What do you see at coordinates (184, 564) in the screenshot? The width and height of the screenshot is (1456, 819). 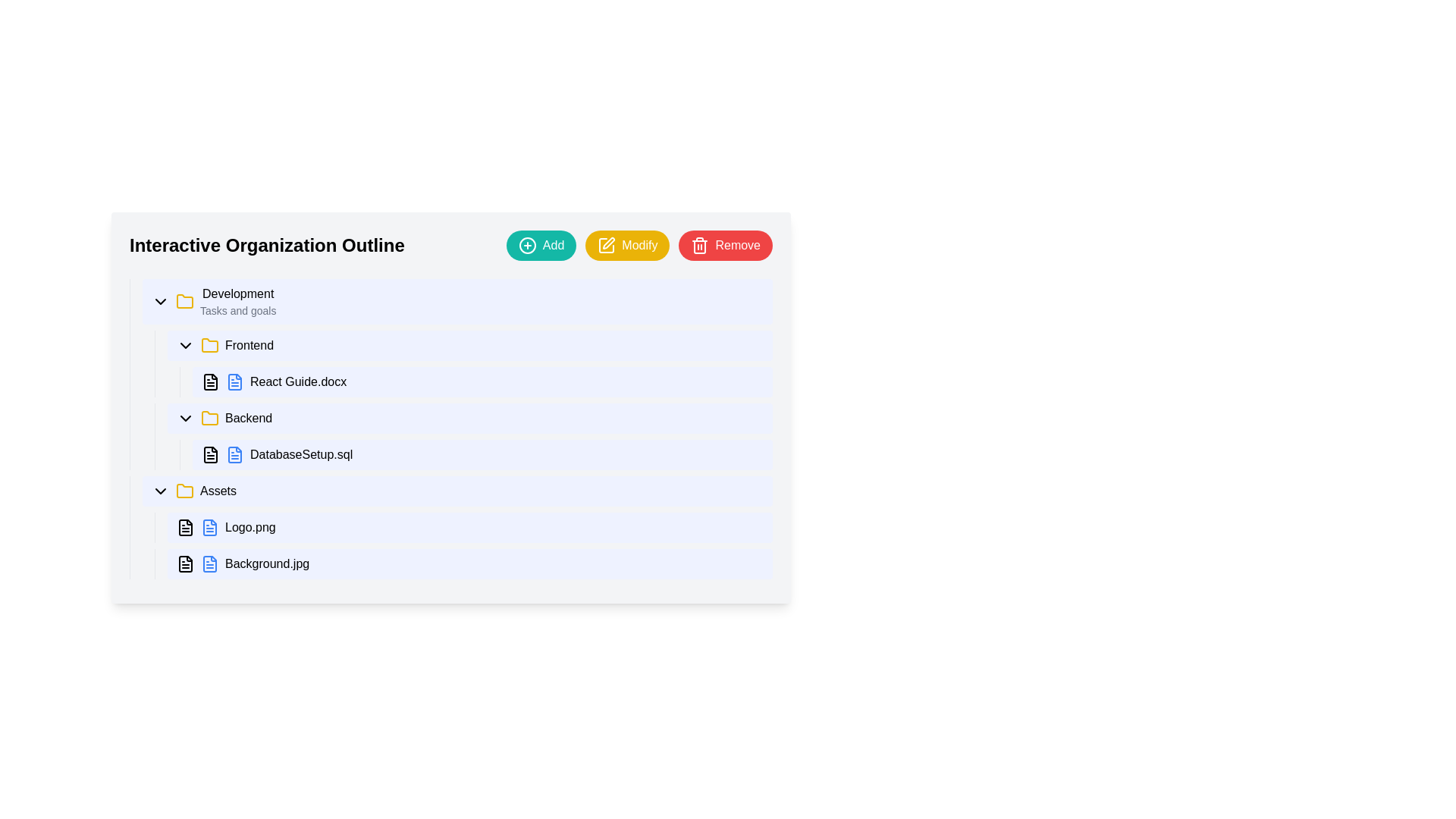 I see `the file icon resembling a document with a folded corner located in the 'Assets' section, adjacent to 'Background.jpg'` at bounding box center [184, 564].